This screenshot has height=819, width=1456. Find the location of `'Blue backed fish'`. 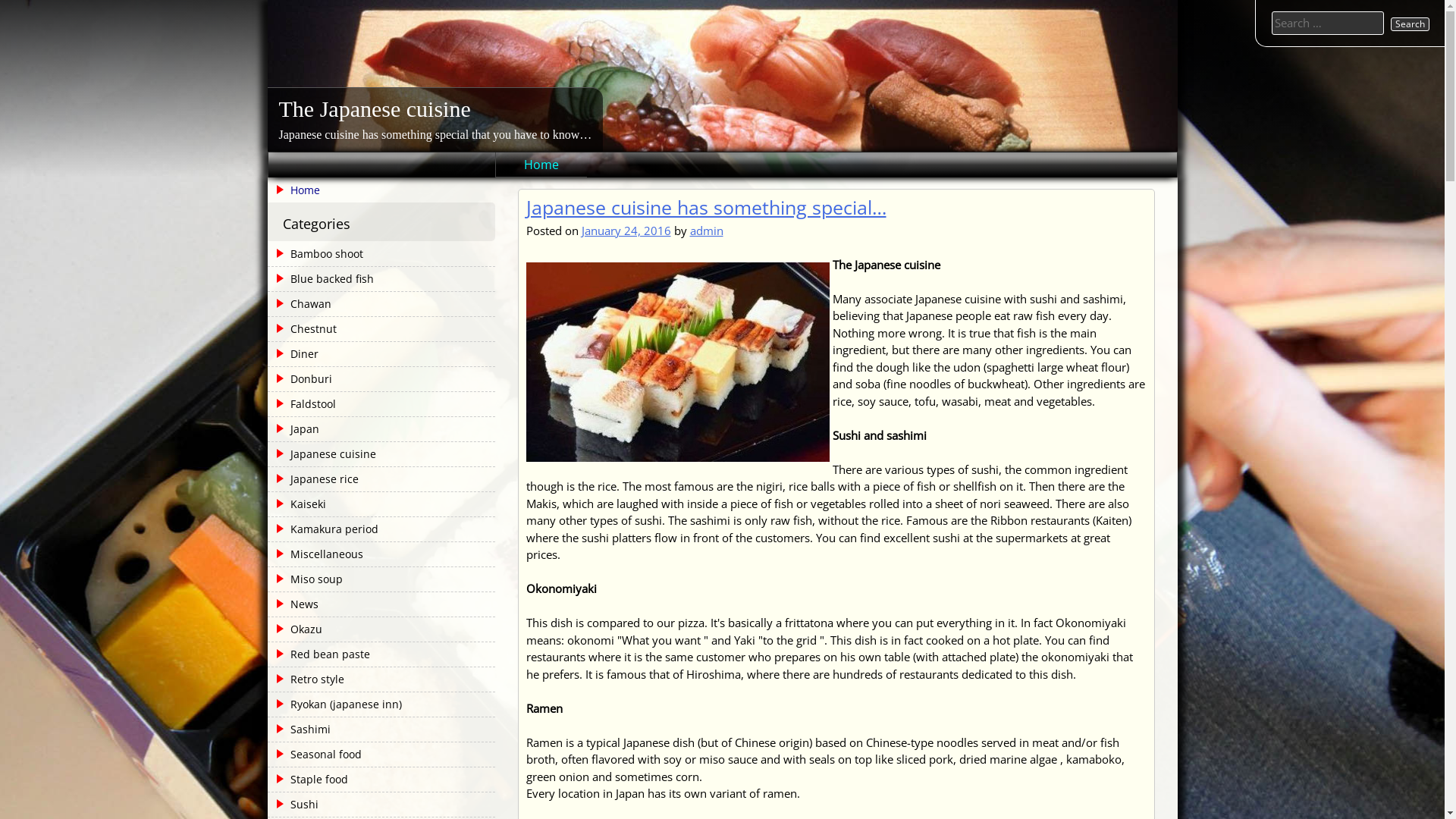

'Blue backed fish' is located at coordinates (321, 278).